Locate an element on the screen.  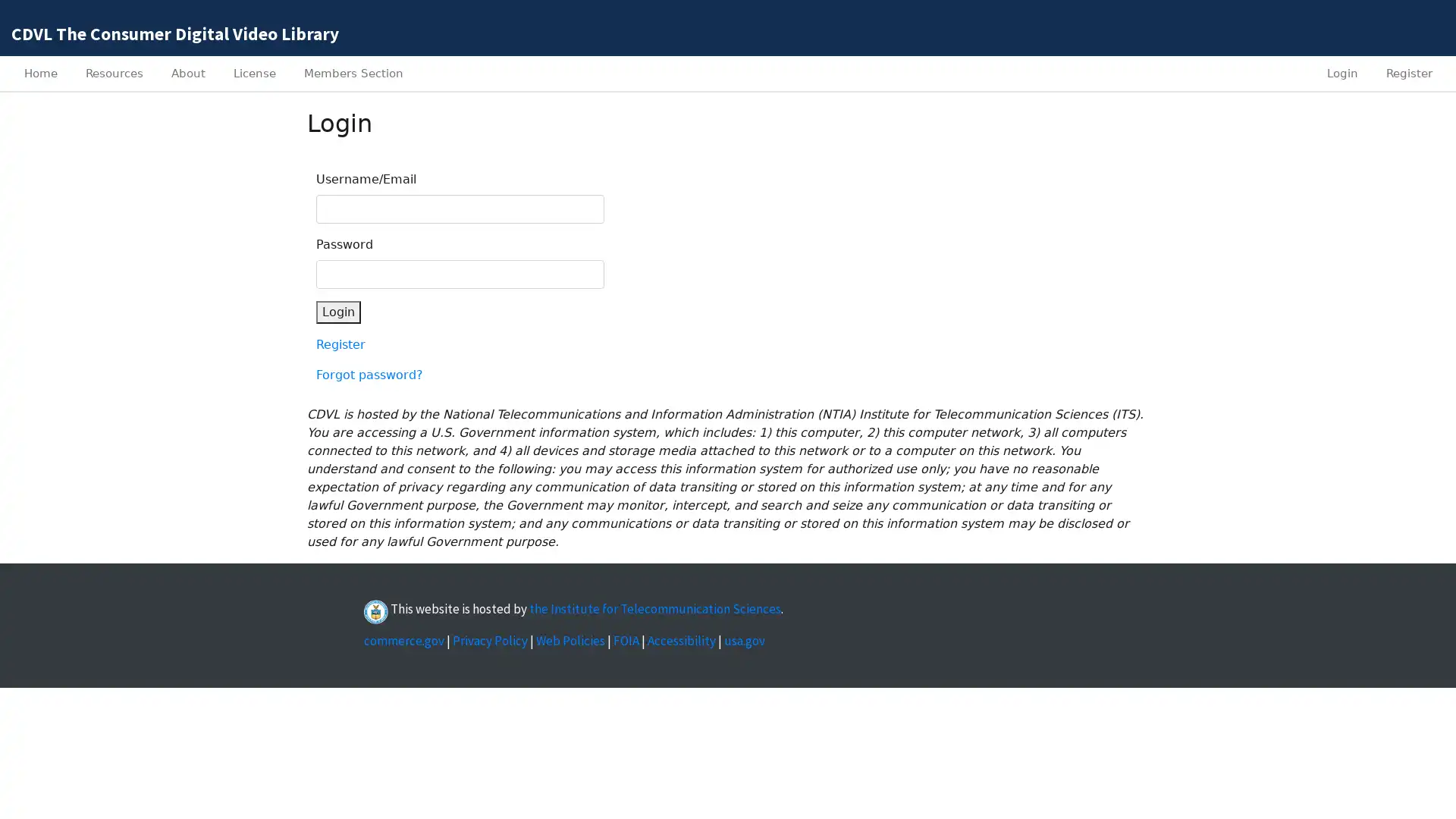
Login is located at coordinates (337, 312).